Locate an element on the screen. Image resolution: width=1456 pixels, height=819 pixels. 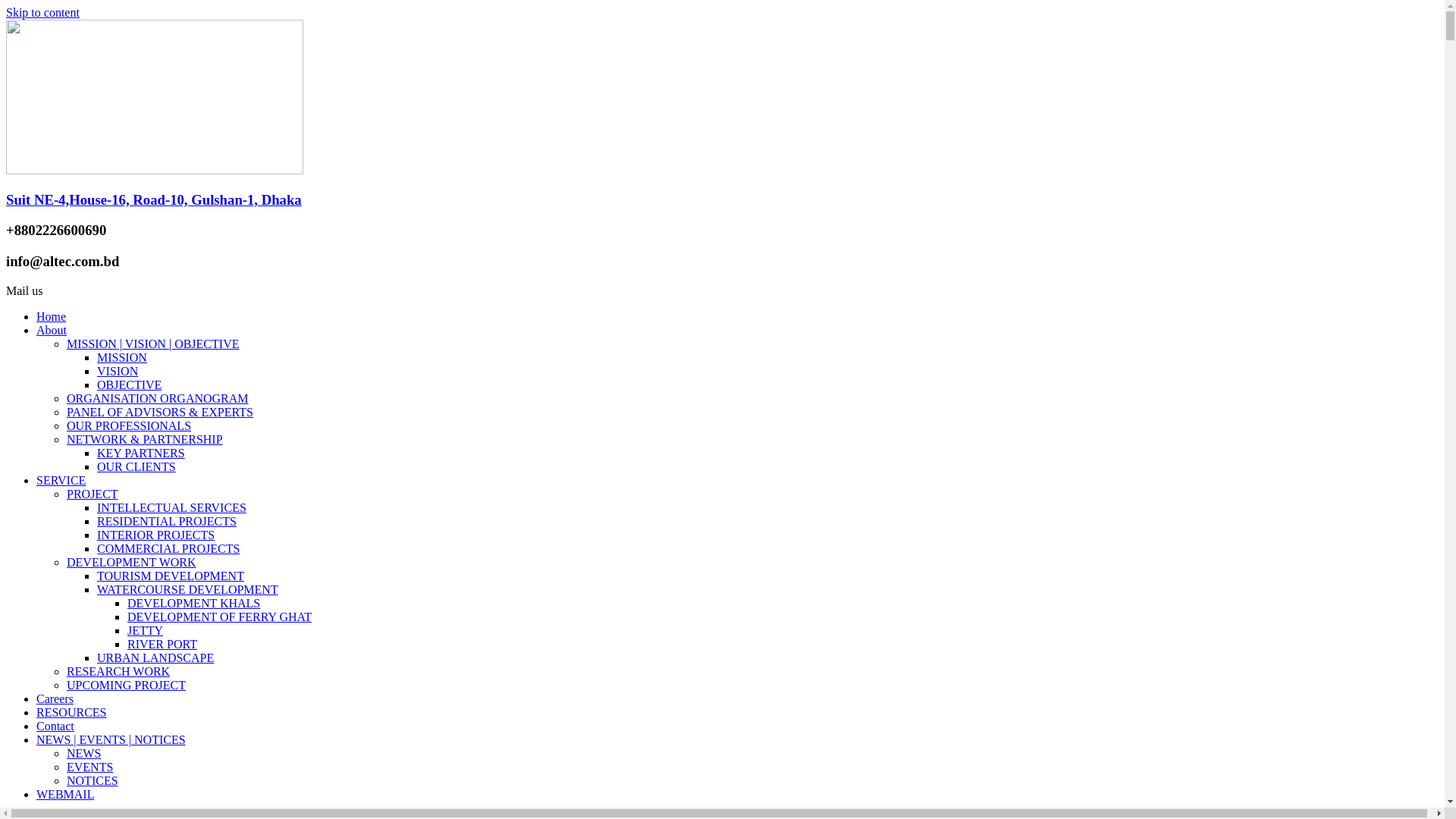
'RESIDENTIAL PROJECTS' is located at coordinates (96, 520).